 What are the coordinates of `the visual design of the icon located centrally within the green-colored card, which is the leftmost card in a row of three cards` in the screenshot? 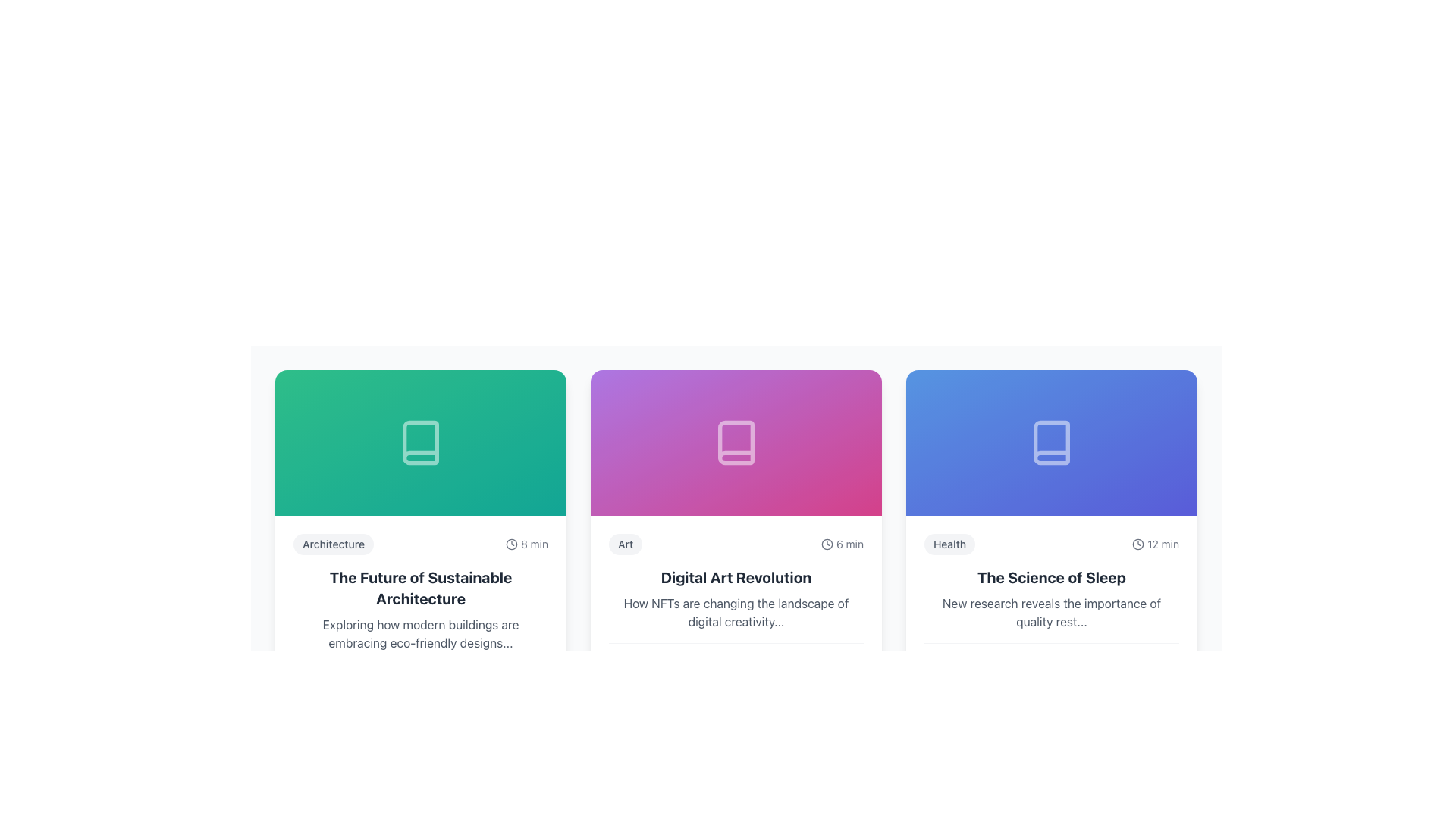 It's located at (421, 442).